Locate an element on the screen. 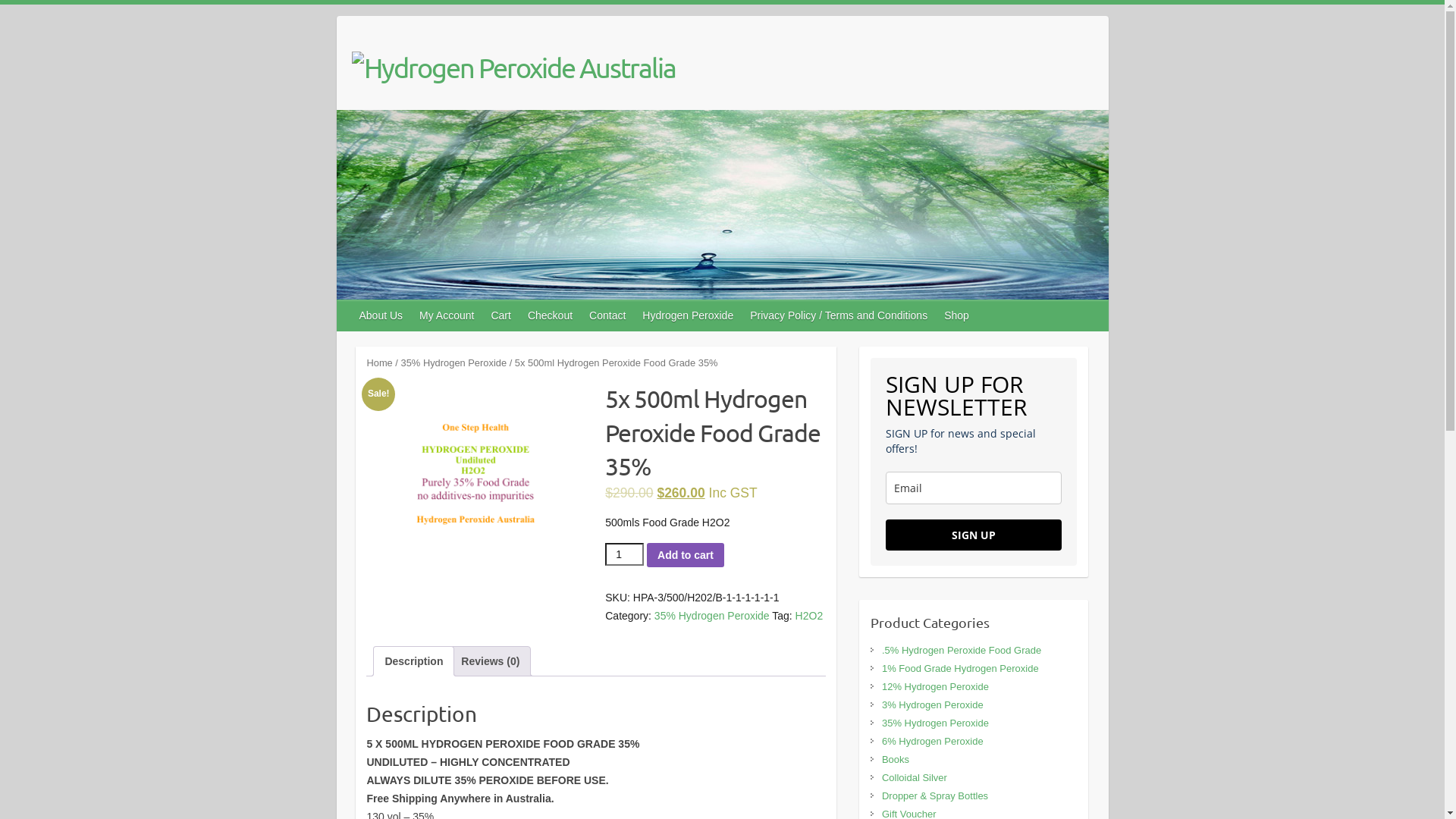 This screenshot has height=819, width=1456. '.5% Hydrogen Peroxide Food Grade' is located at coordinates (881, 649).